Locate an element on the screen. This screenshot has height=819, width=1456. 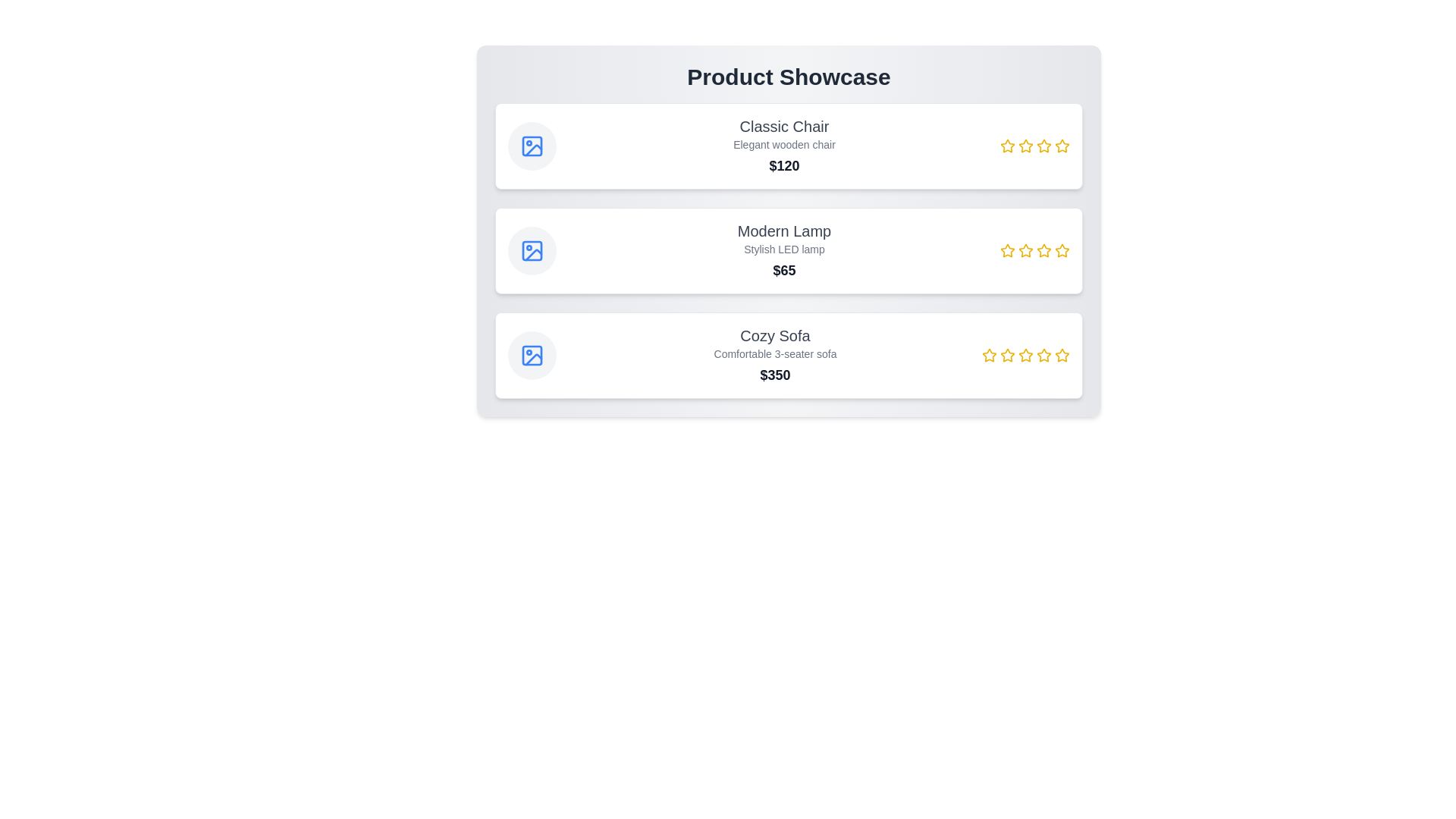
the product description to view more details is located at coordinates (784, 145).